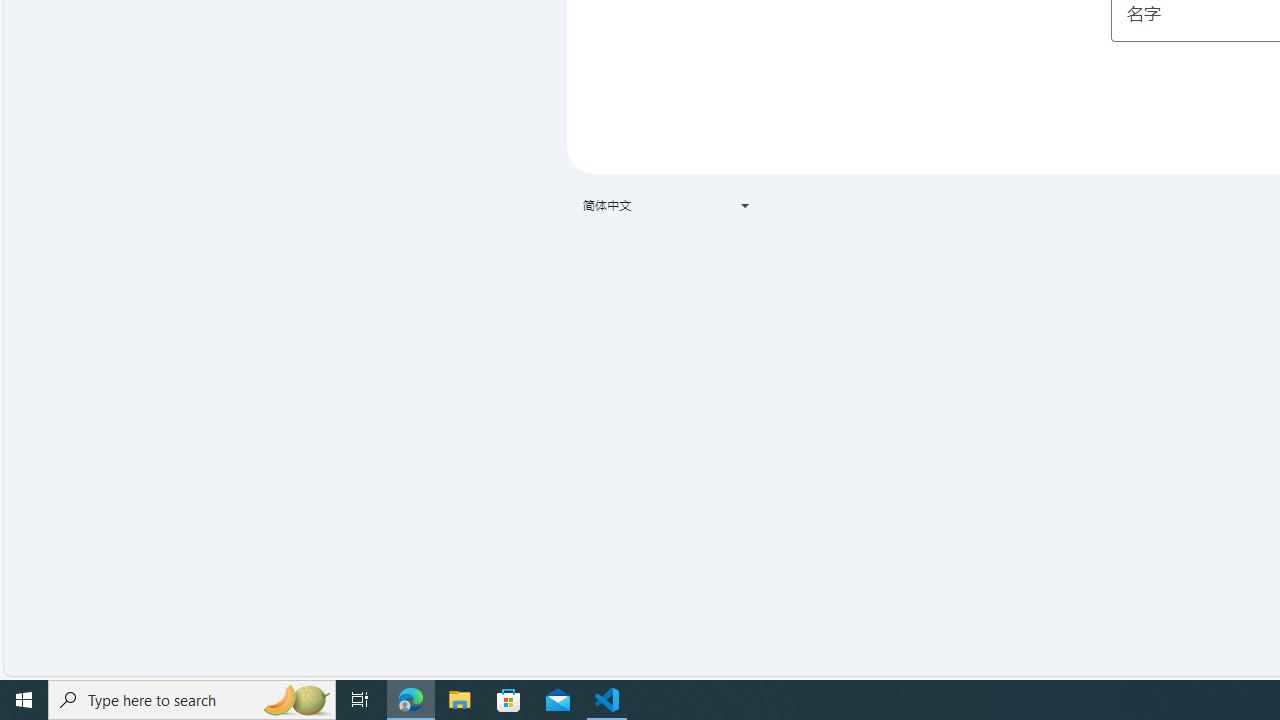  What do you see at coordinates (743, 205) in the screenshot?
I see `'Class: VfPpkd-t08AT-Bz112c-Bd00G'` at bounding box center [743, 205].